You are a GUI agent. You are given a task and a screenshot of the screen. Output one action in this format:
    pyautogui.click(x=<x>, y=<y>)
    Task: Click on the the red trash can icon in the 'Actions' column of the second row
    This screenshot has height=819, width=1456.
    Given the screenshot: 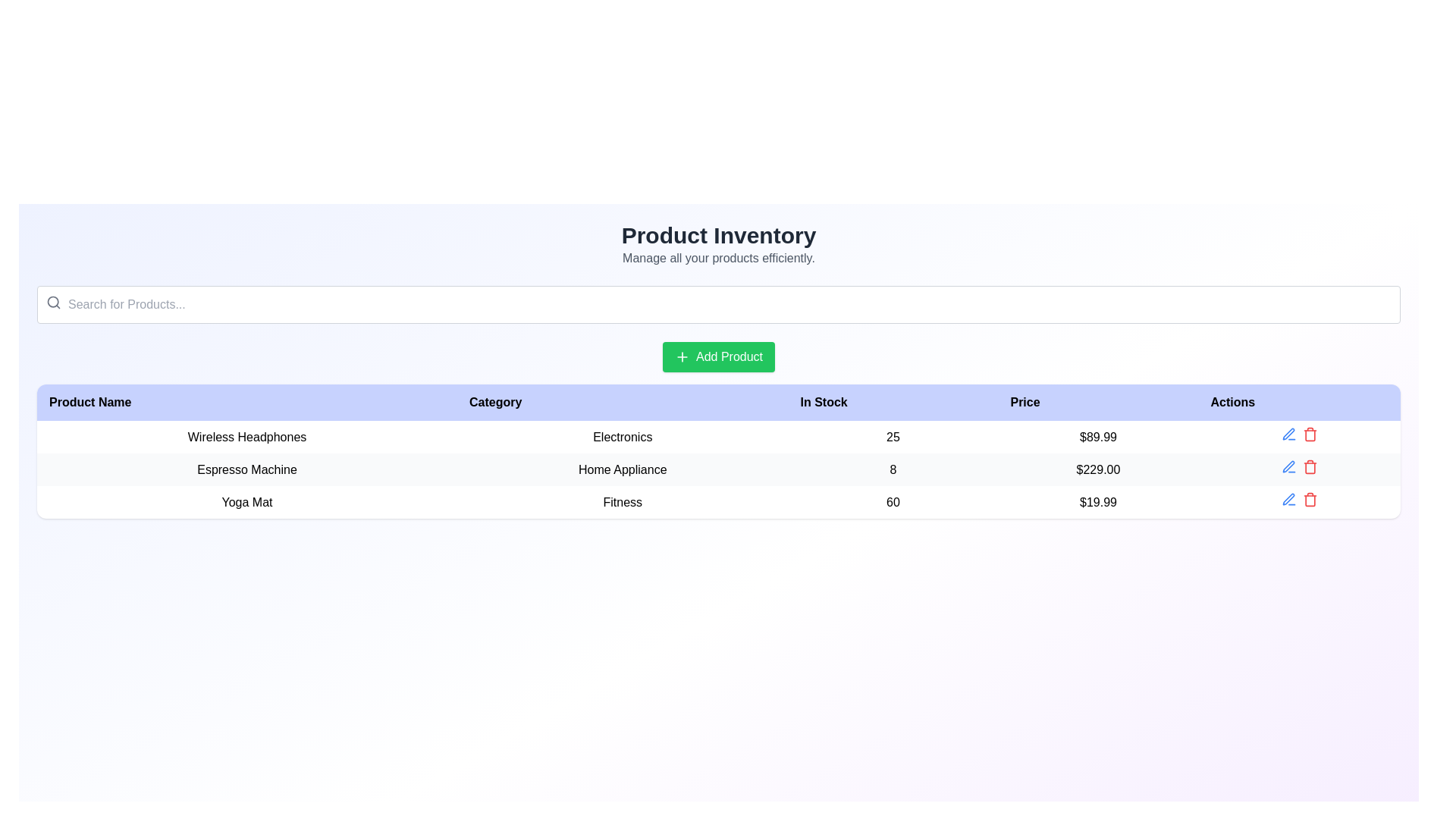 What is the action you would take?
    pyautogui.click(x=1309, y=466)
    